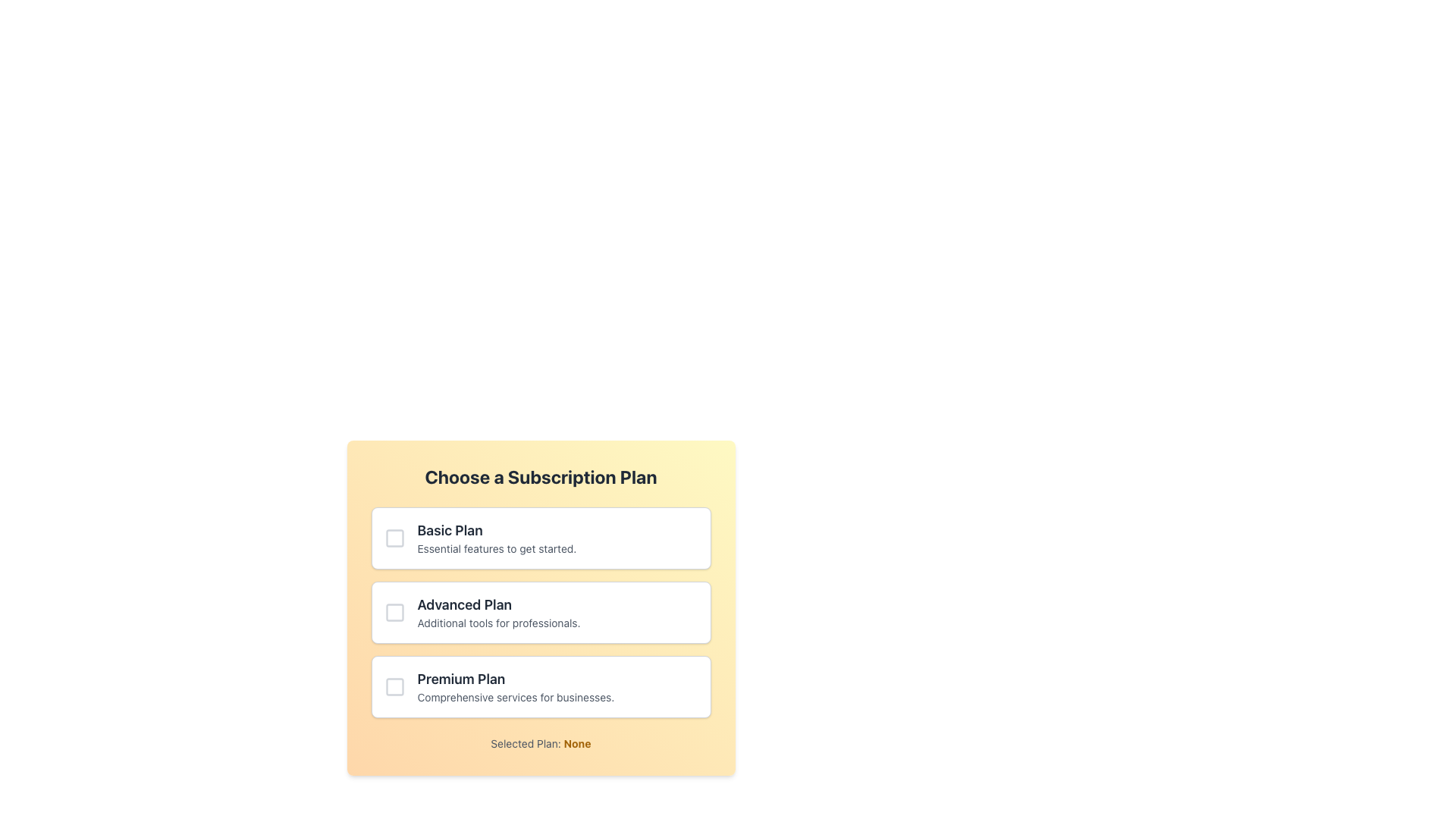 This screenshot has height=819, width=1456. Describe the element at coordinates (541, 687) in the screenshot. I see `the 'Premium Plan' selectable option with checkbox` at that location.